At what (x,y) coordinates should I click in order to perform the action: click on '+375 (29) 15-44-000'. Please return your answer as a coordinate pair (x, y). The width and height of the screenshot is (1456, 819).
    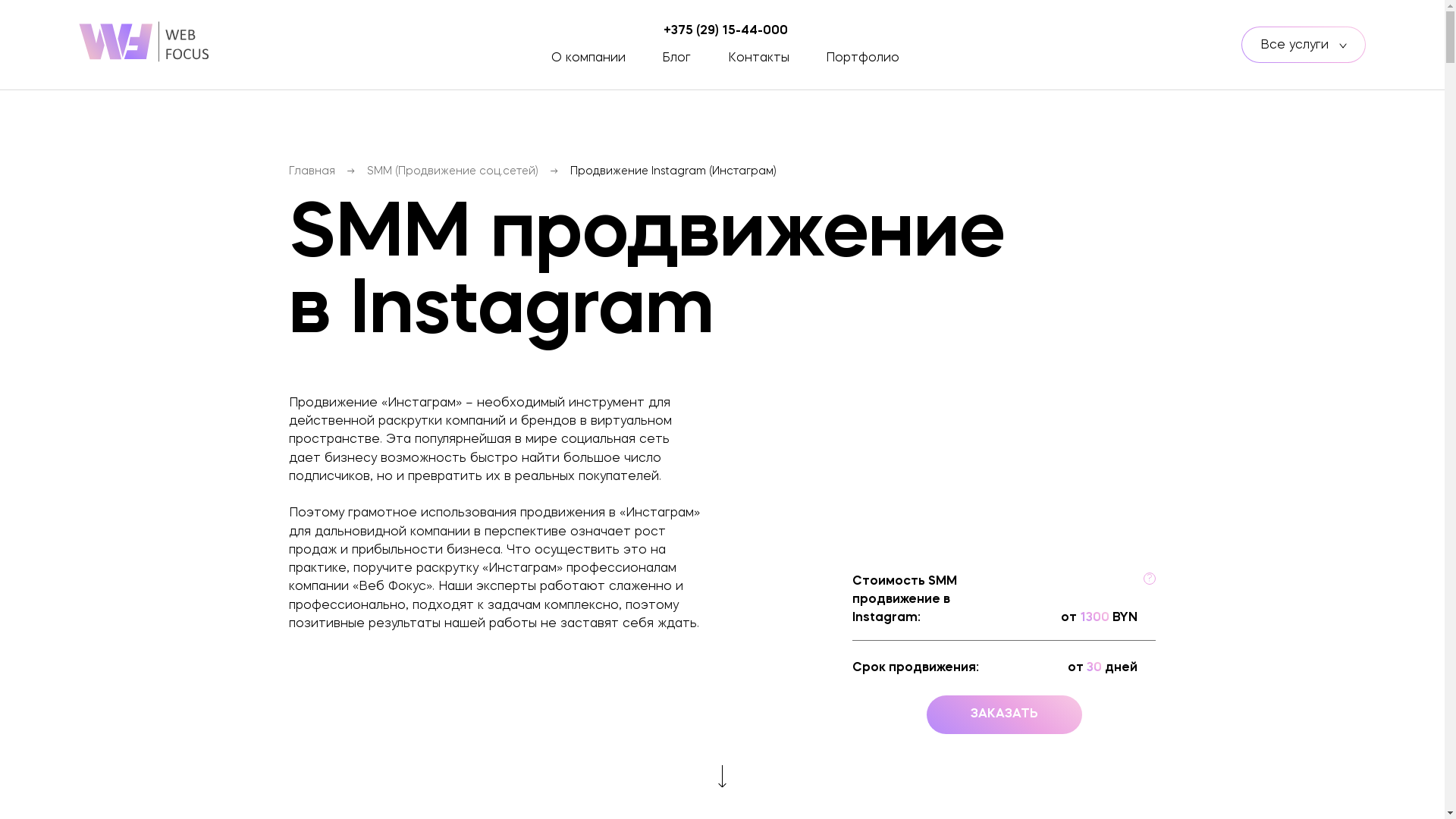
    Looking at the image, I should click on (724, 31).